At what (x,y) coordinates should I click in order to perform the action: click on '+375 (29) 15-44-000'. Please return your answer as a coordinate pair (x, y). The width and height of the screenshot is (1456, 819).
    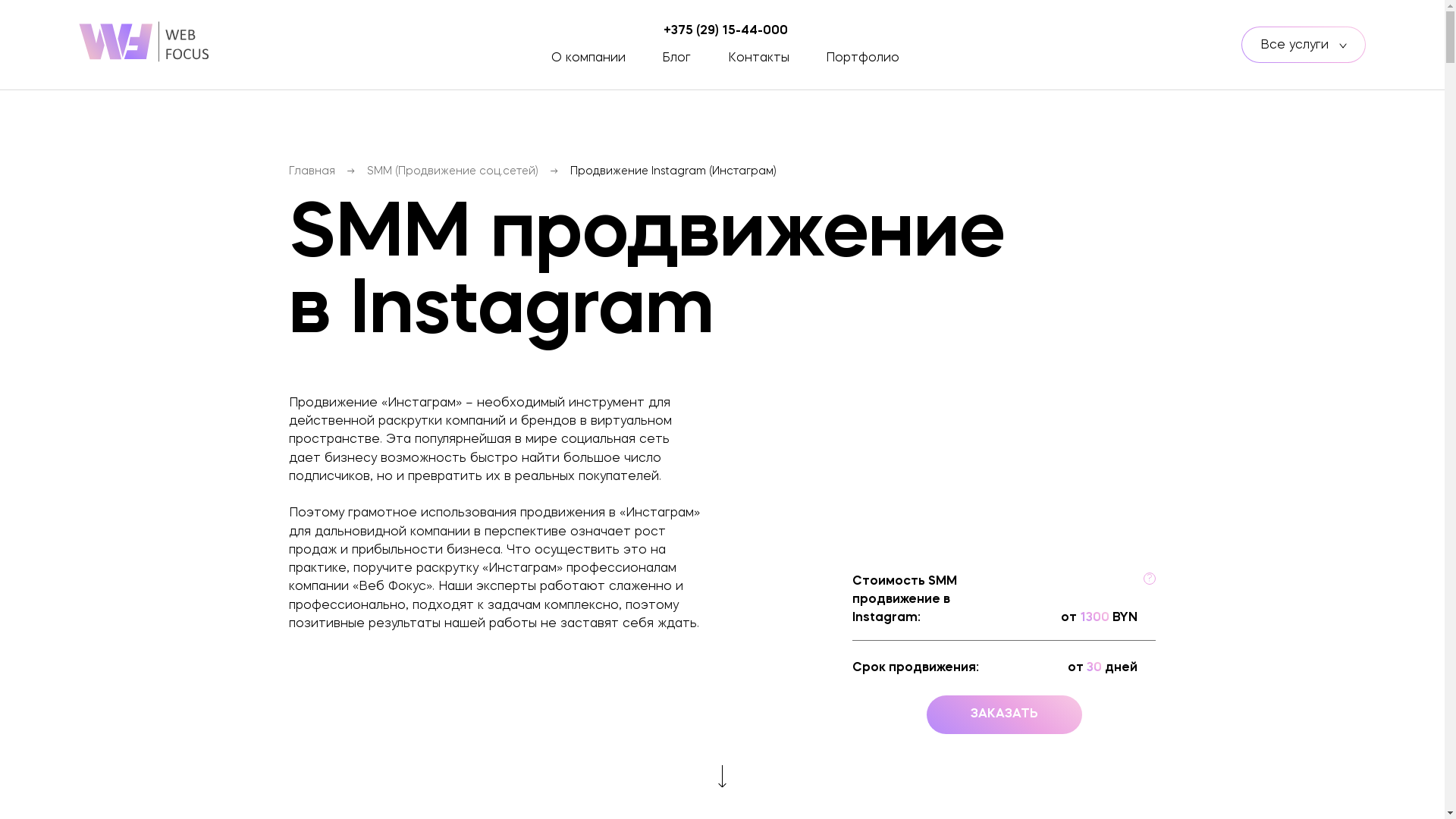
    Looking at the image, I should click on (724, 31).